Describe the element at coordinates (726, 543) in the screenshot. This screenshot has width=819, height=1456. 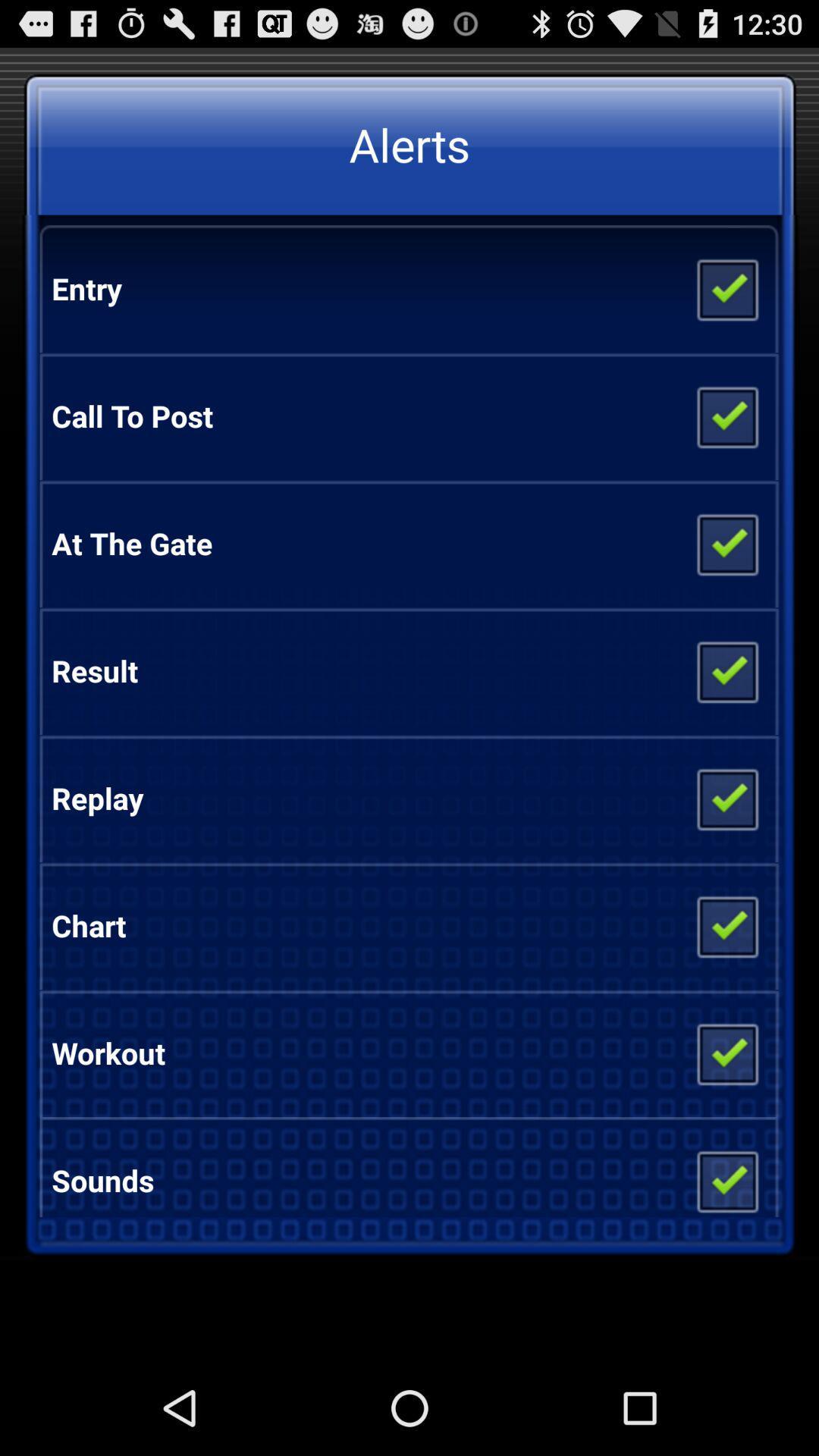
I see `option` at that location.